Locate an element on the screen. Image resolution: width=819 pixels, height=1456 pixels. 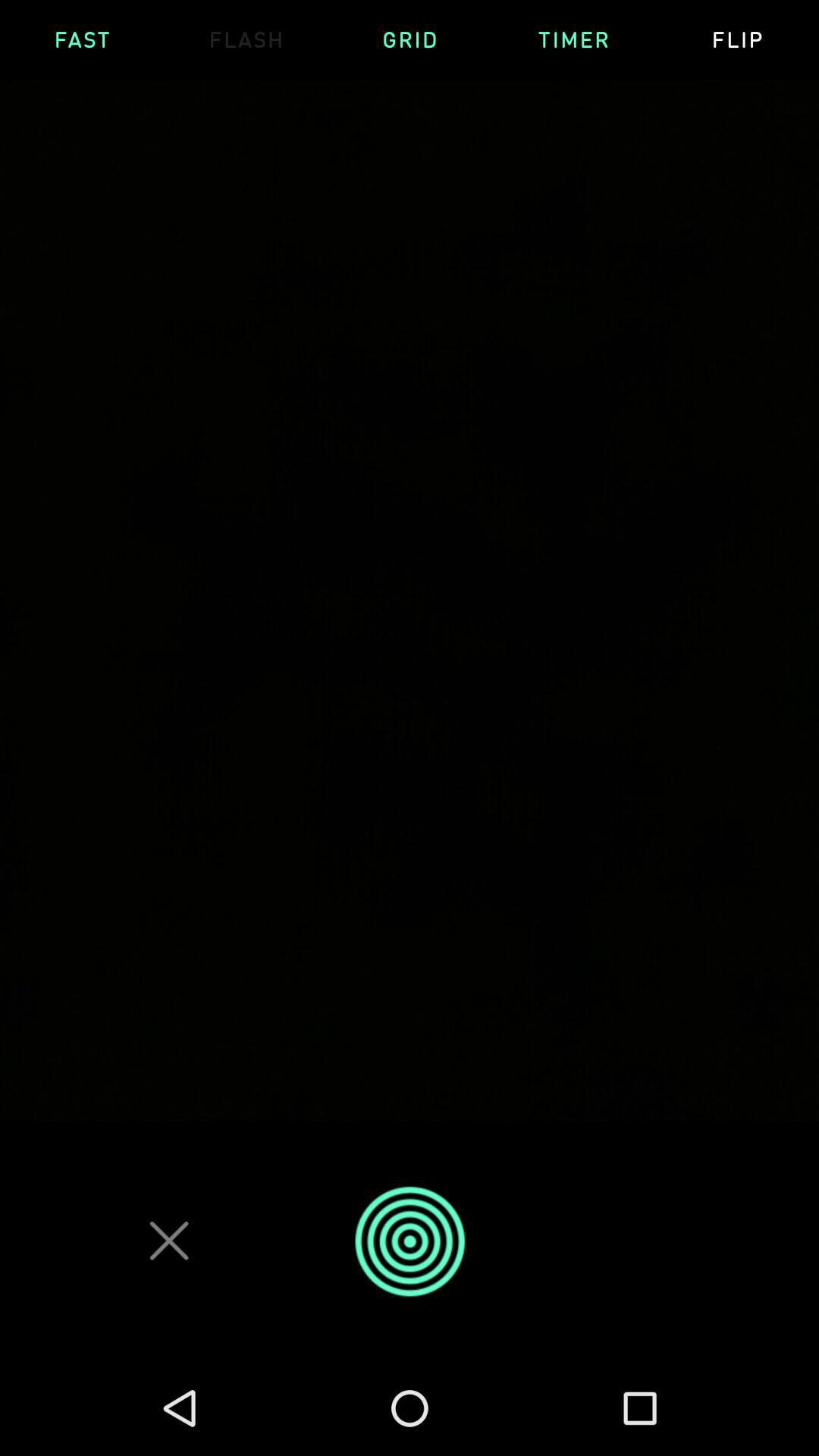
the close icon is located at coordinates (169, 1241).